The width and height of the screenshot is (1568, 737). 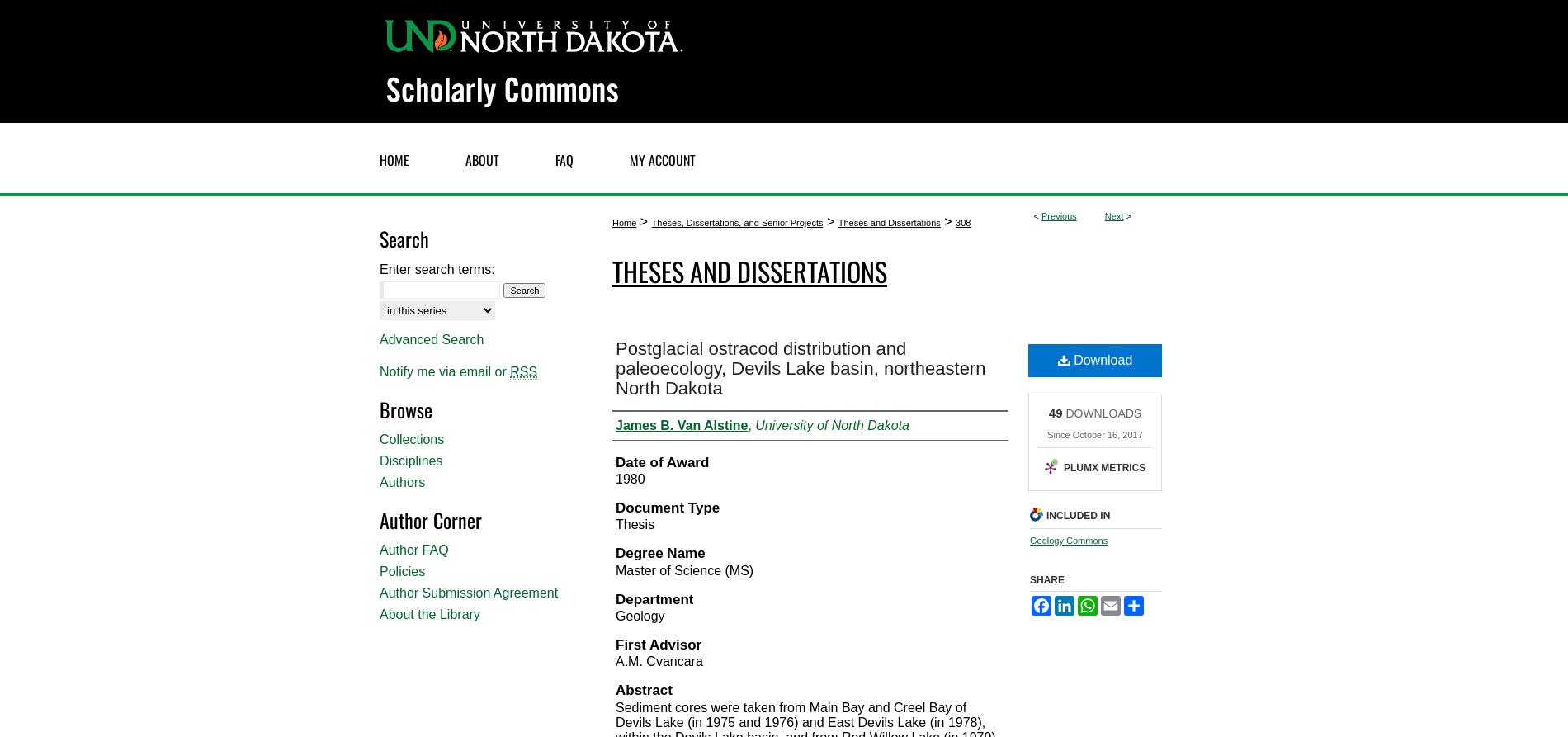 I want to click on 'James B. Van Alstine', so click(x=680, y=423).